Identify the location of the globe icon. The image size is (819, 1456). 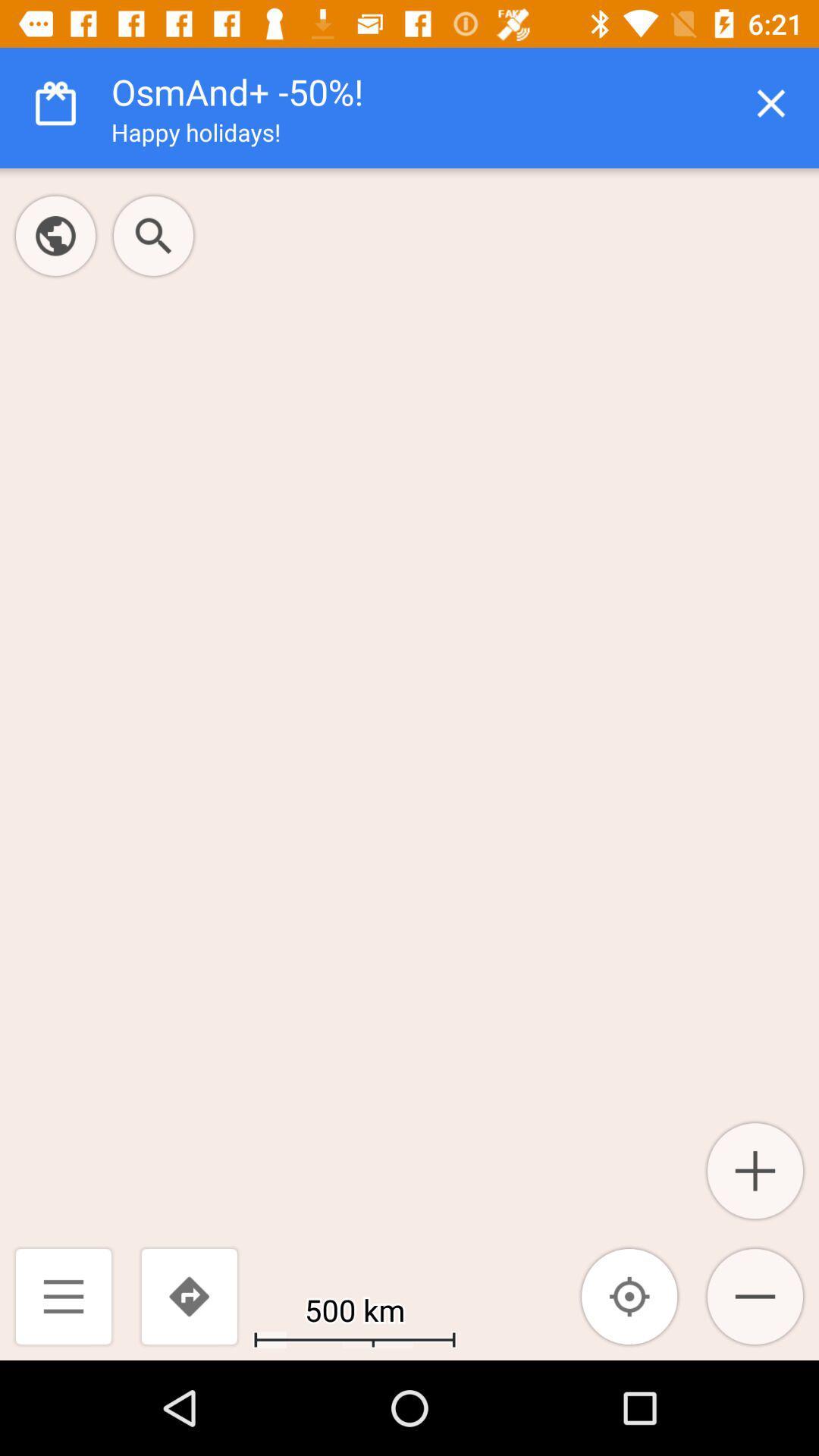
(55, 235).